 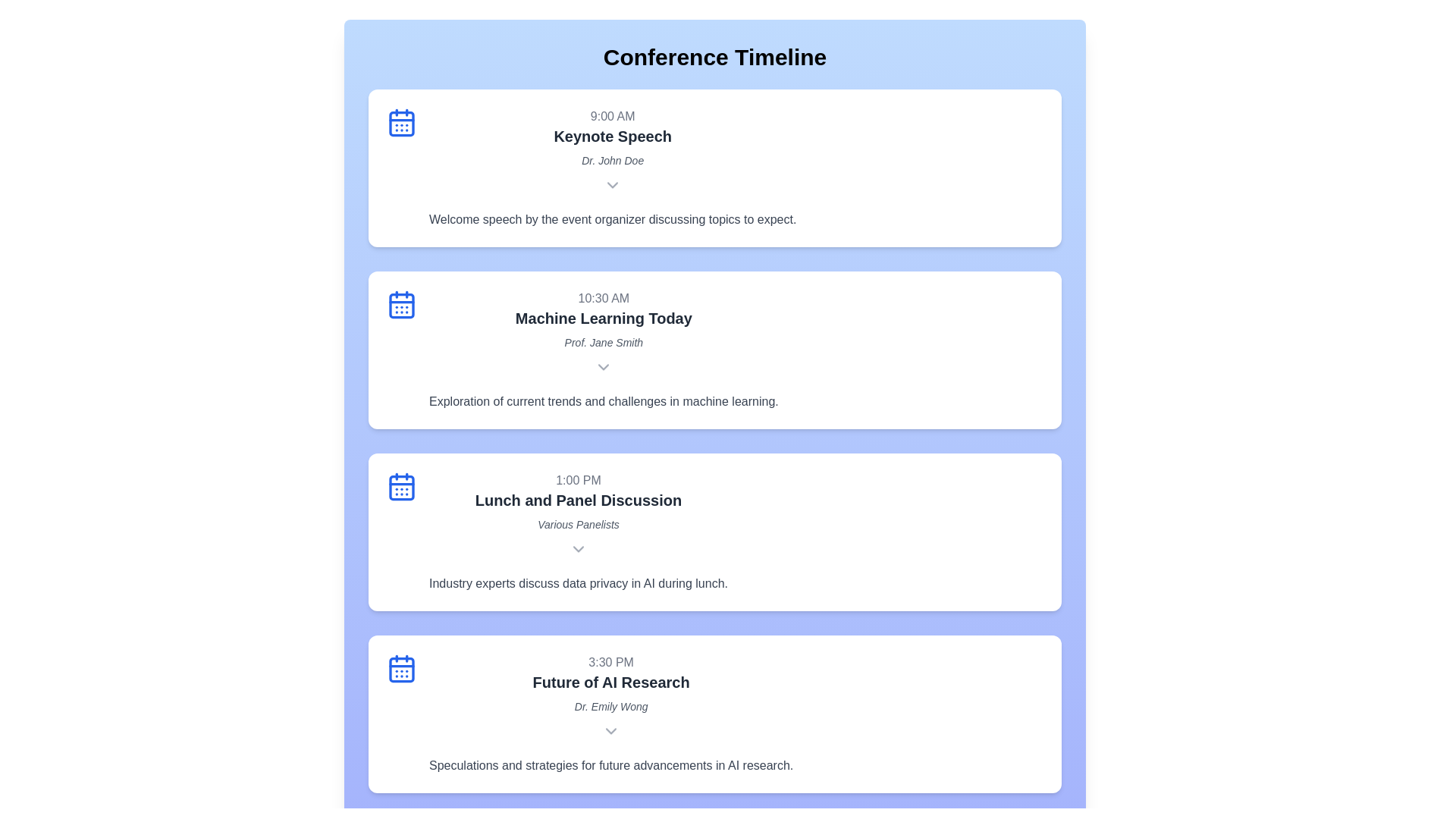 What do you see at coordinates (603, 298) in the screenshot?
I see `time displayed in the Text Label showing '10:30 AM', which is prominently styled in medium gray font and located at the top-center of its section` at bounding box center [603, 298].